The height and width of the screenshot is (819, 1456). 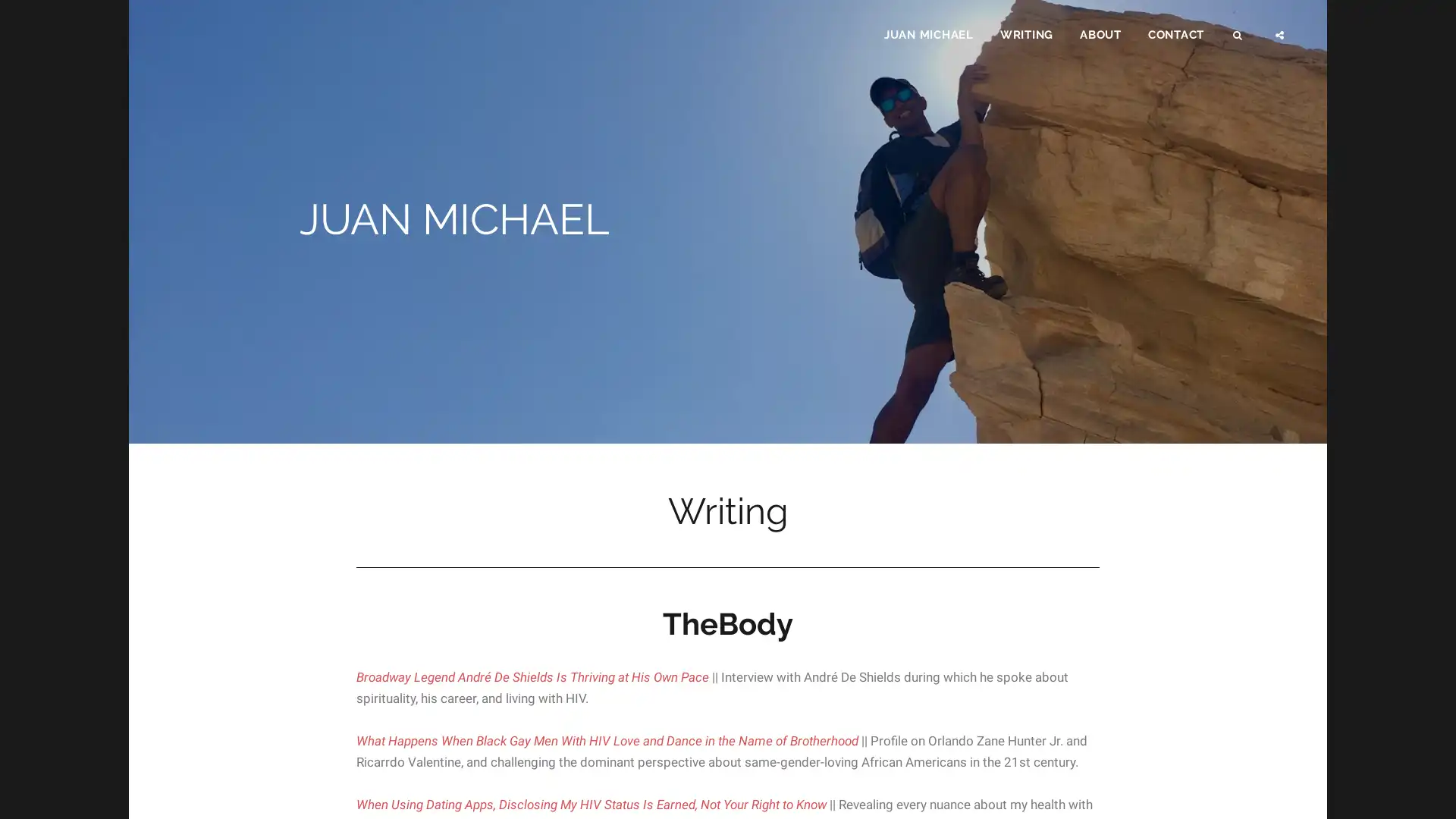 I want to click on SEARCH, so click(x=1238, y=35).